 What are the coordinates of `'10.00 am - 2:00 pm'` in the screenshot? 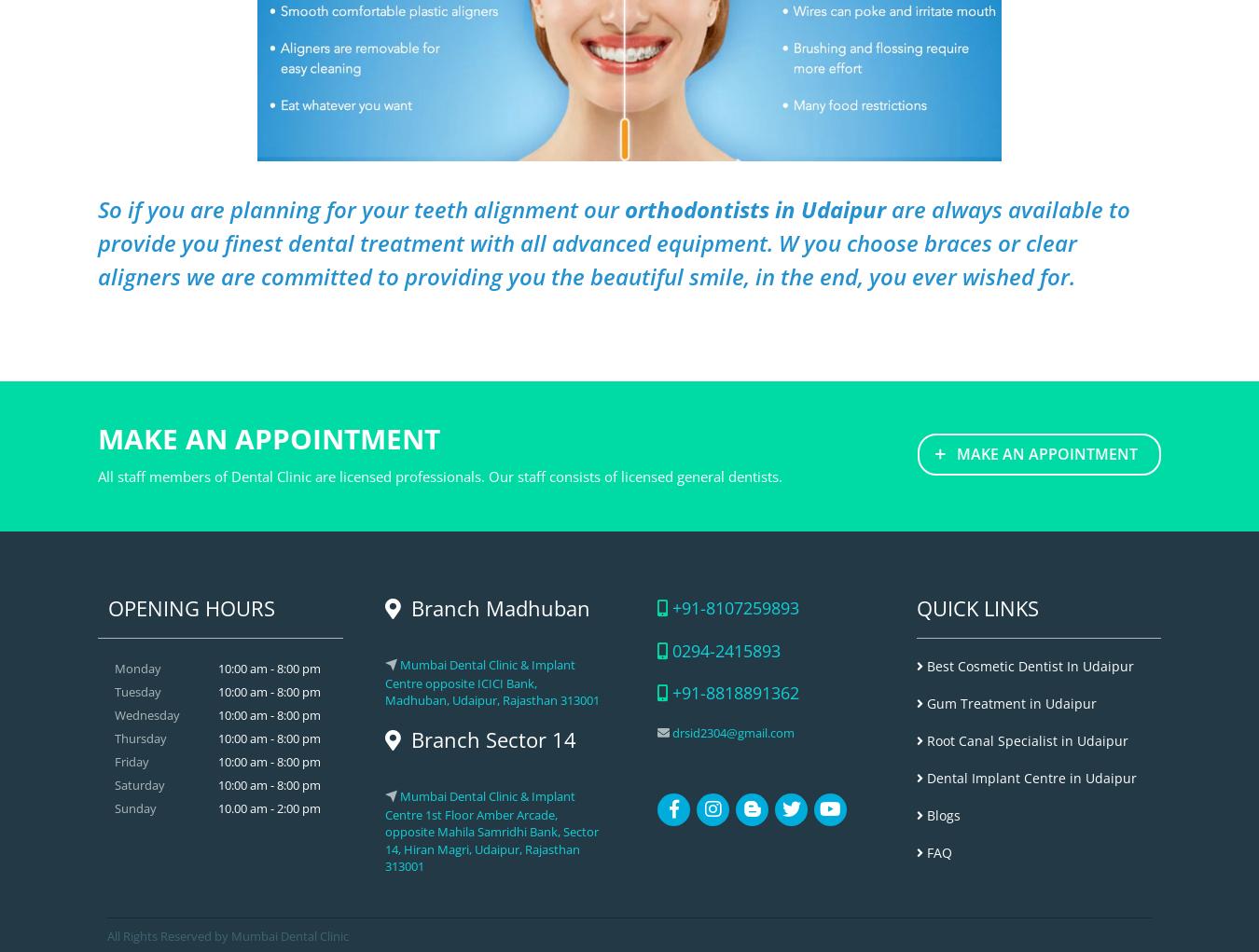 It's located at (267, 807).